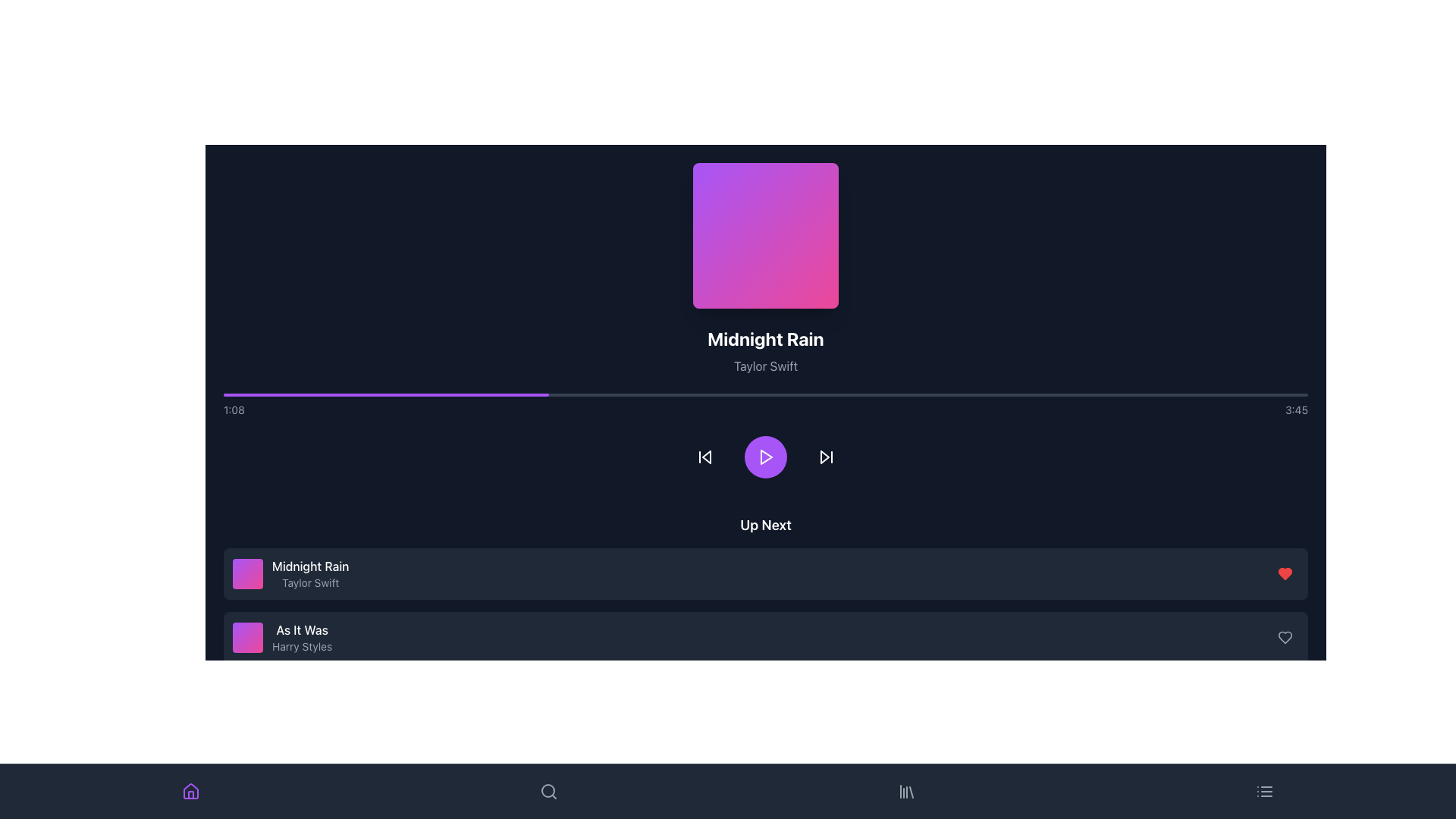 The height and width of the screenshot is (819, 1456). What do you see at coordinates (765, 350) in the screenshot?
I see `the text display that shows the currently playing song's title and artist name, which is centrally aligned below the album cover image and above the progress bar` at bounding box center [765, 350].